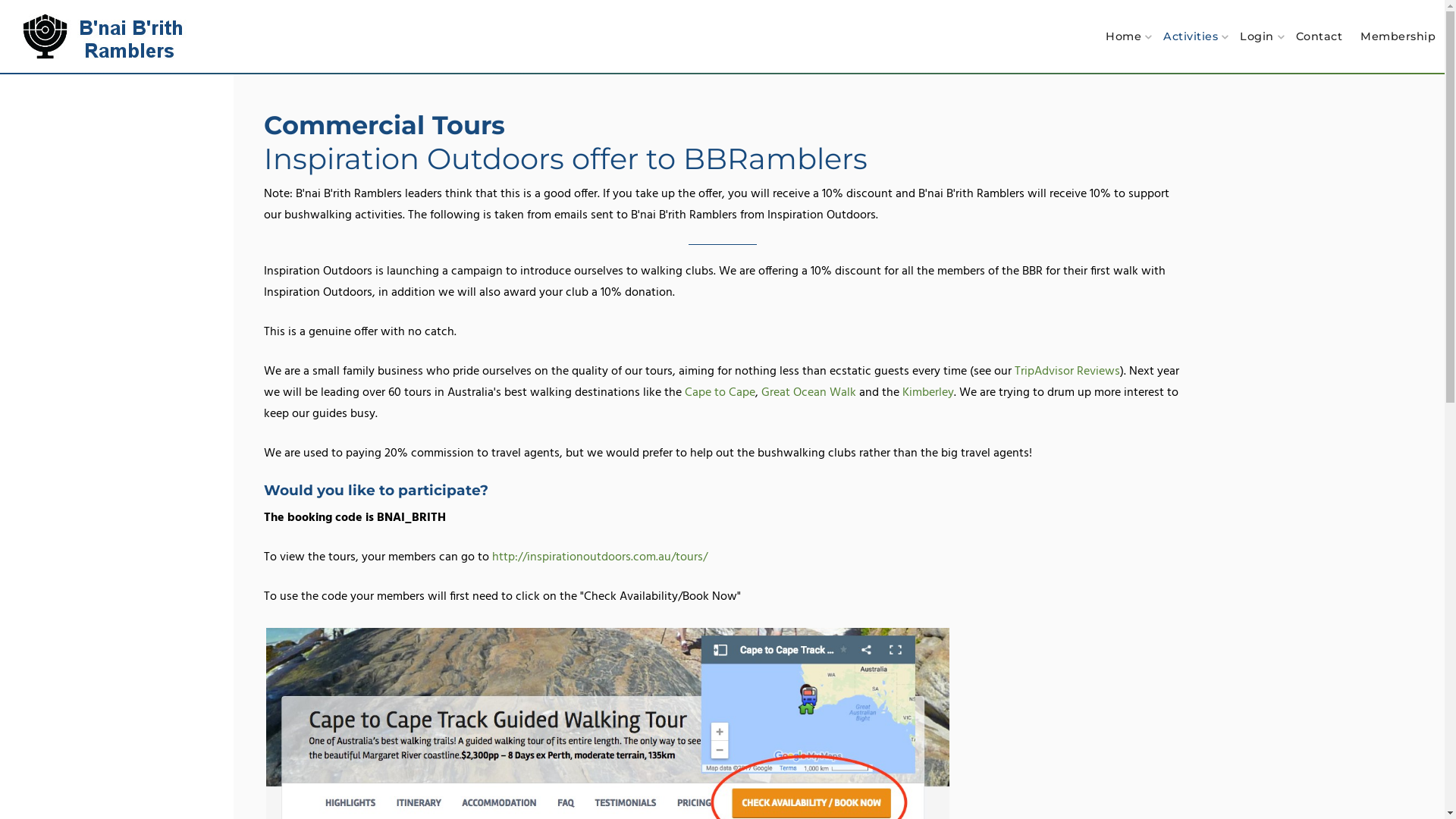  I want to click on 'Kimberley', so click(927, 391).